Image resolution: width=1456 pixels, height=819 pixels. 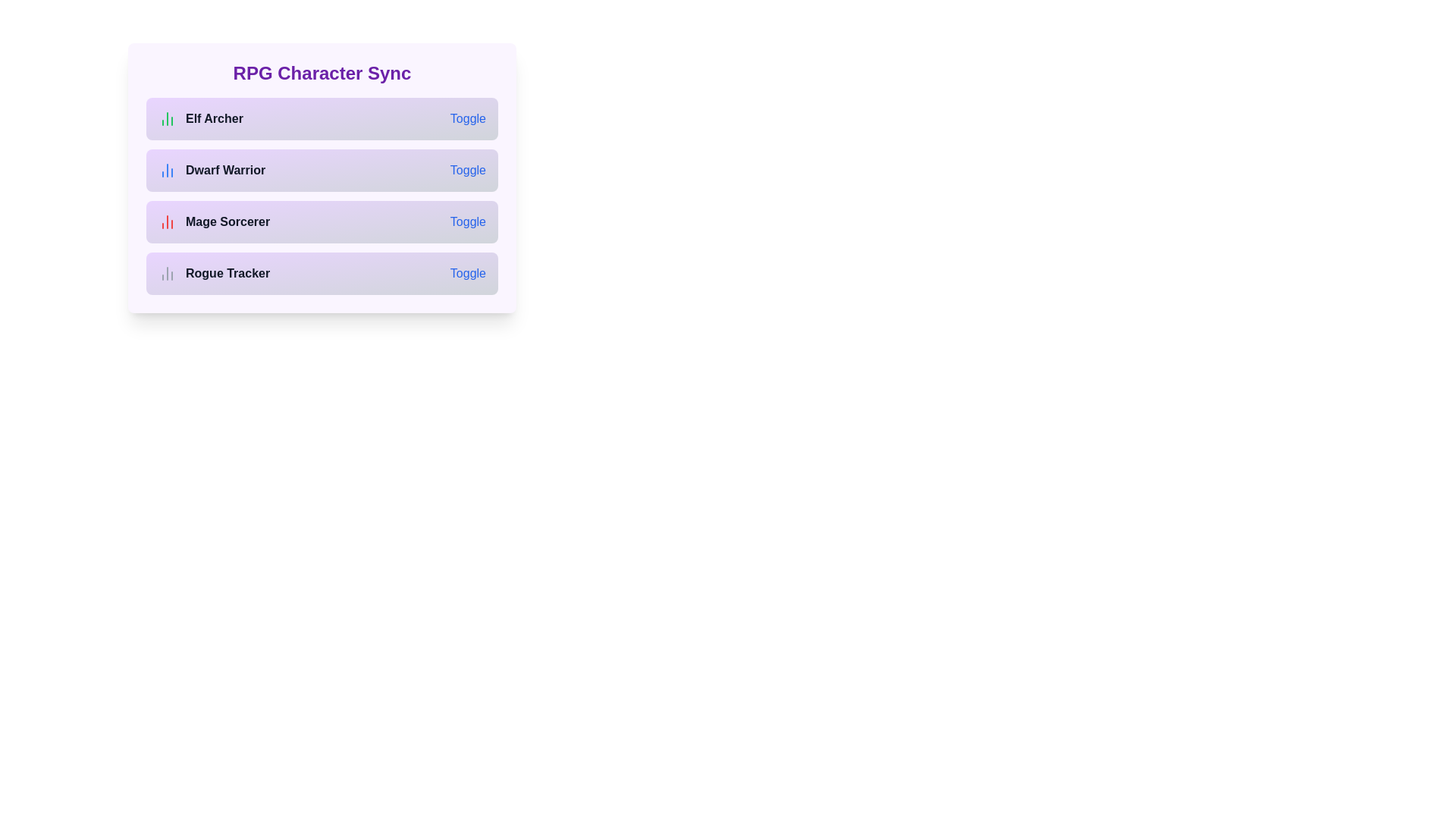 What do you see at coordinates (214, 118) in the screenshot?
I see `text content displayed in the Text Label titled 'Elf Archer', located to the right of a green icon within a light purple card interface` at bounding box center [214, 118].